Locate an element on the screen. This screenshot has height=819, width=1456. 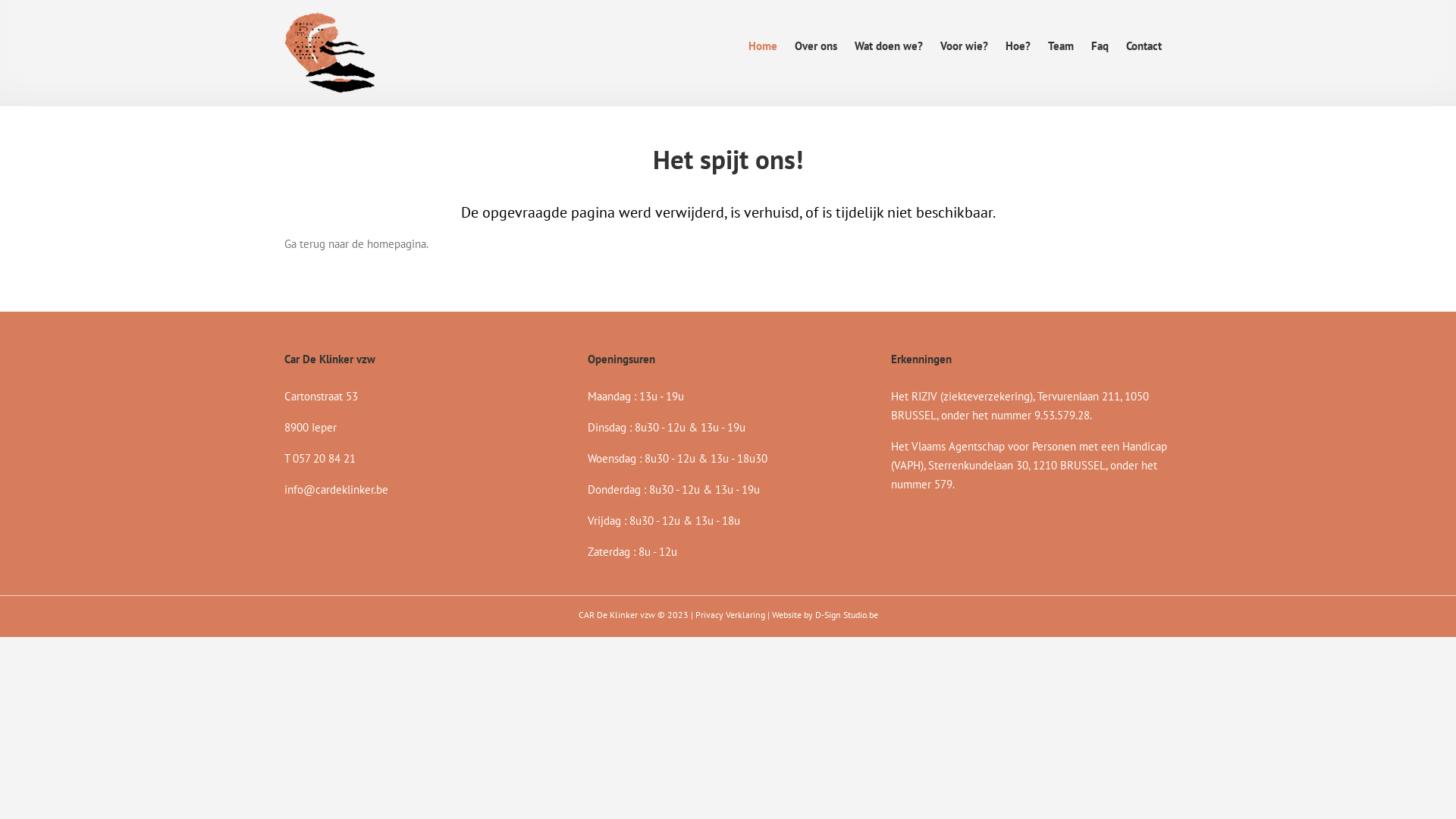
'Hoe?' is located at coordinates (1005, 45).